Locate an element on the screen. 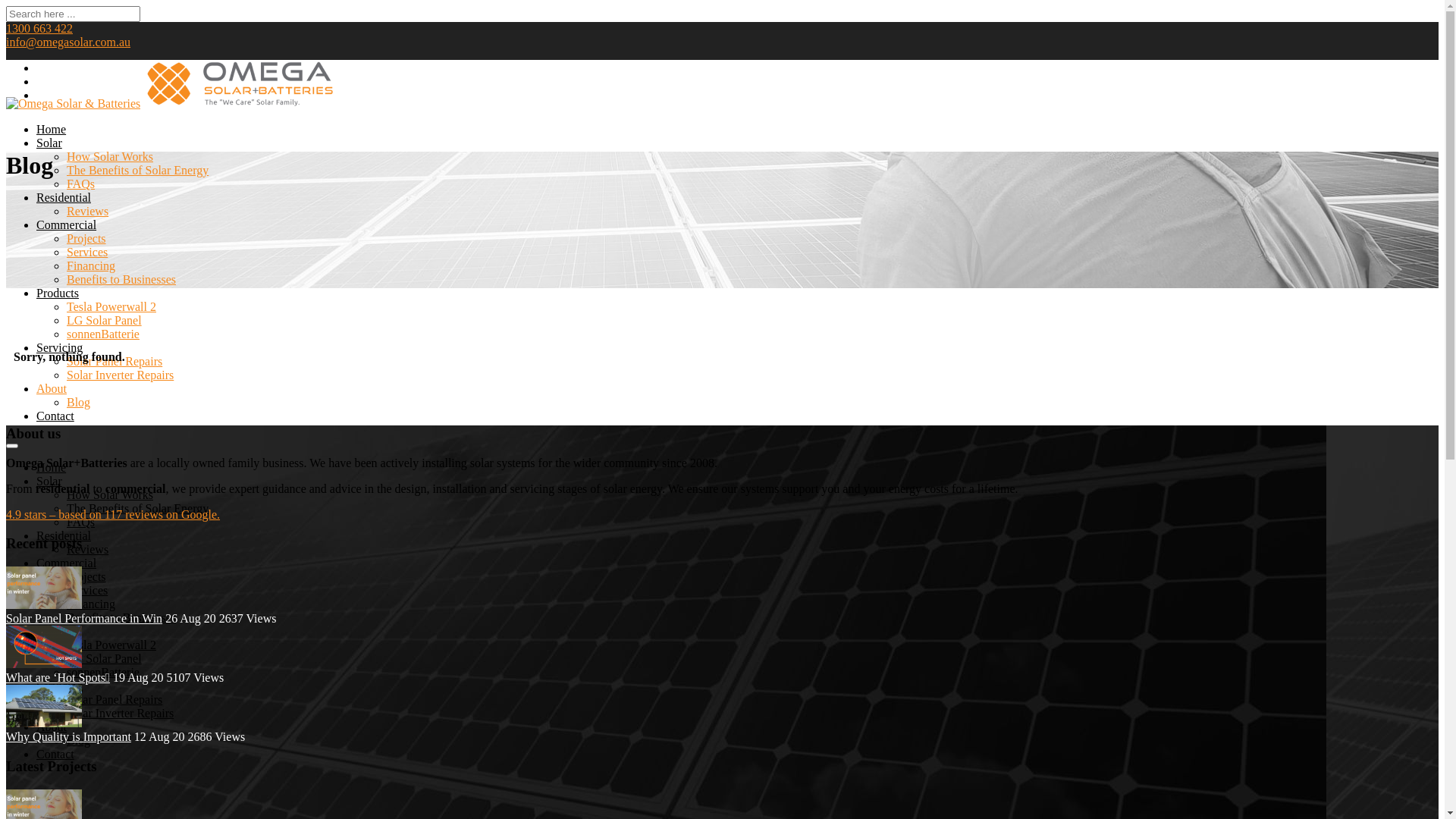 The height and width of the screenshot is (819, 1456). 'About' is located at coordinates (51, 388).